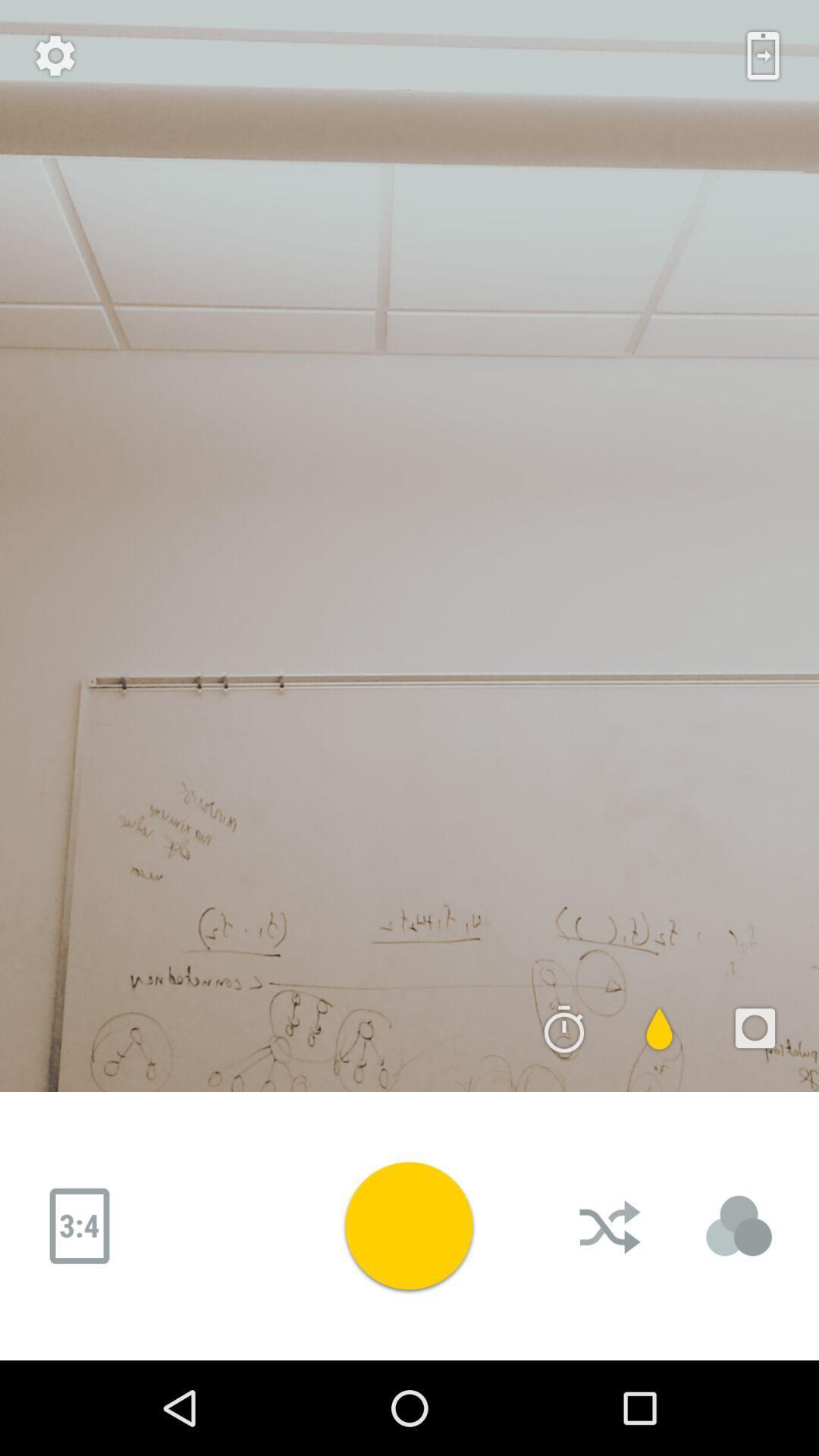 The height and width of the screenshot is (1456, 819). I want to click on clock, so click(564, 1028).